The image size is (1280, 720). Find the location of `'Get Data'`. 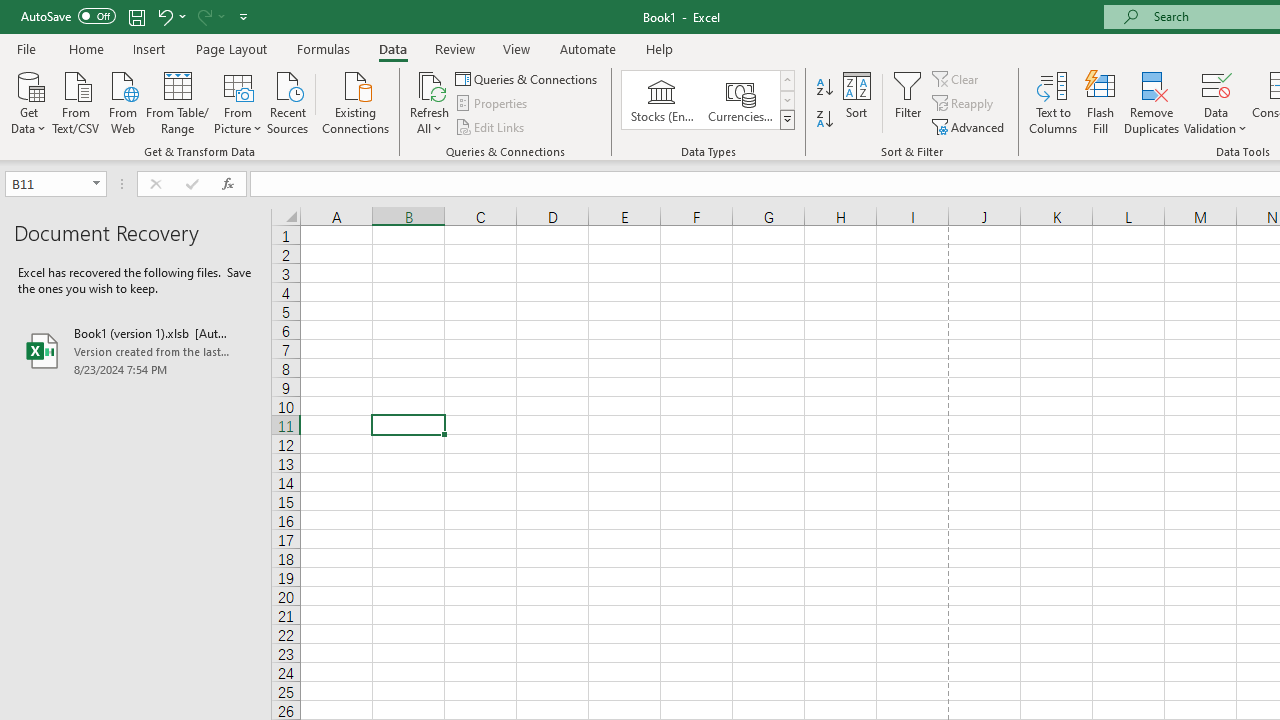

'Get Data' is located at coordinates (28, 101).